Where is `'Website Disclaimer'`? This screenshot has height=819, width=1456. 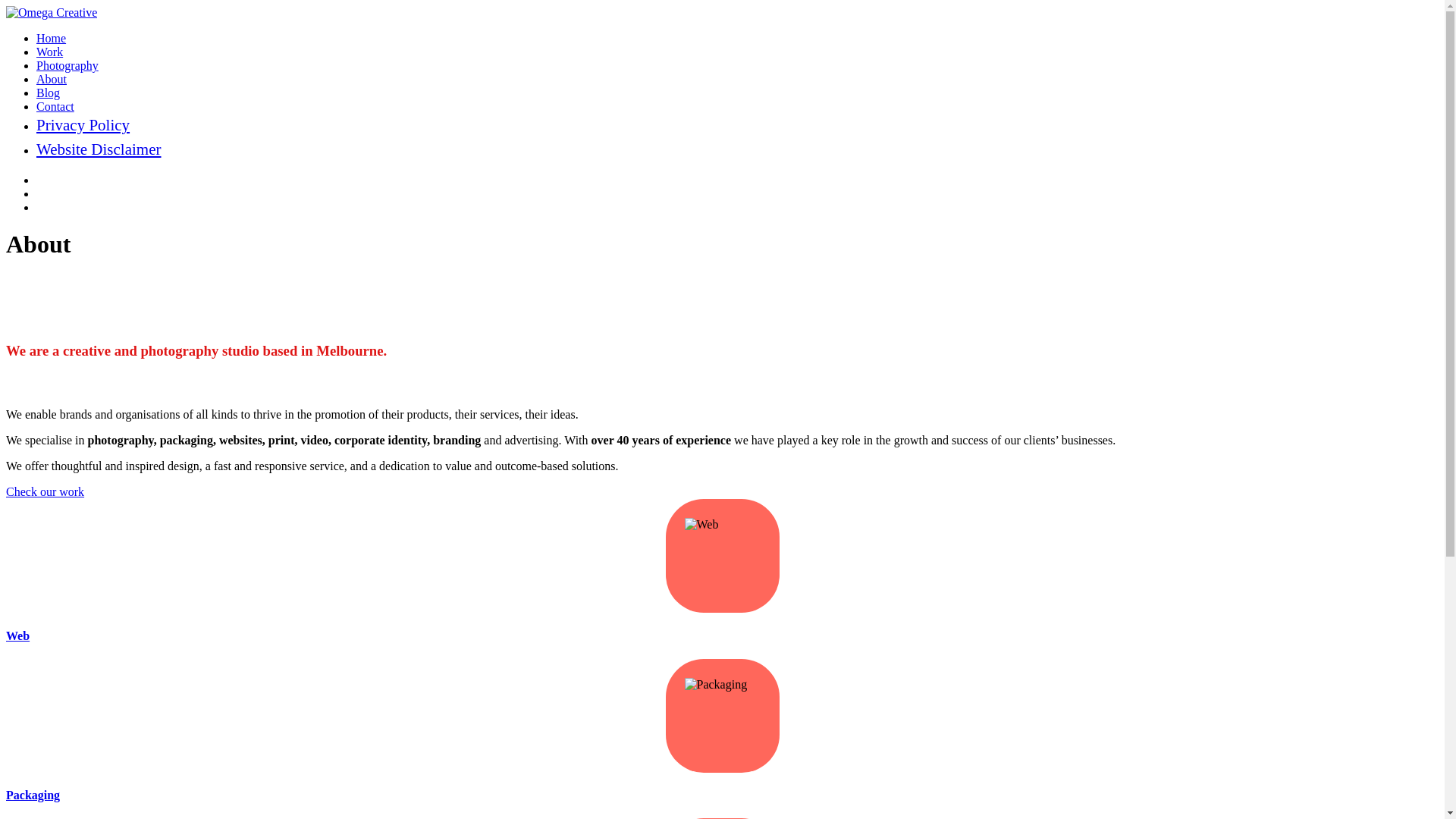 'Website Disclaimer' is located at coordinates (98, 149).